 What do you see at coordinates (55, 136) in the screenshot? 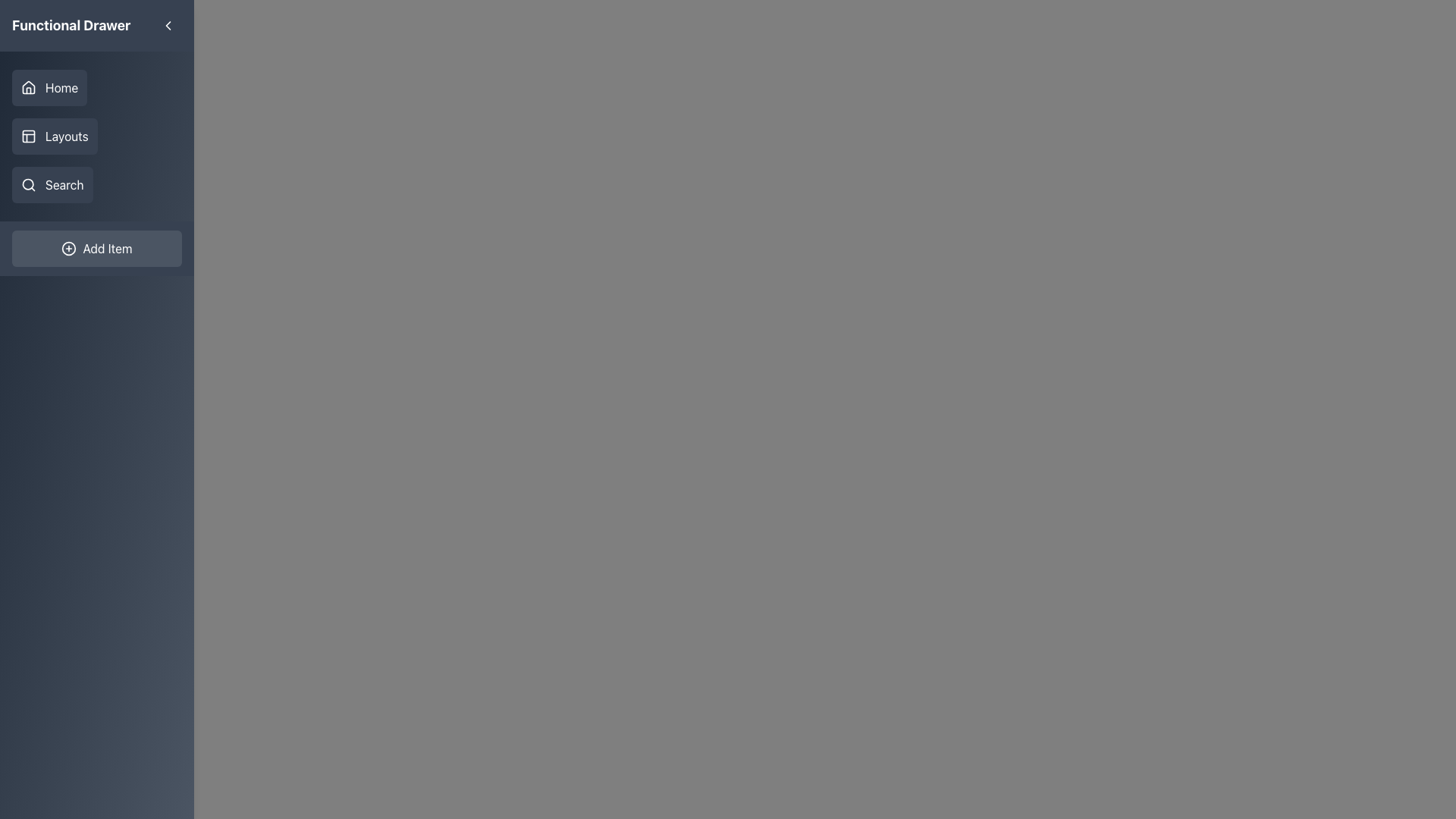
I see `the 'Layouts' navigation button located in the sidebar menu` at bounding box center [55, 136].